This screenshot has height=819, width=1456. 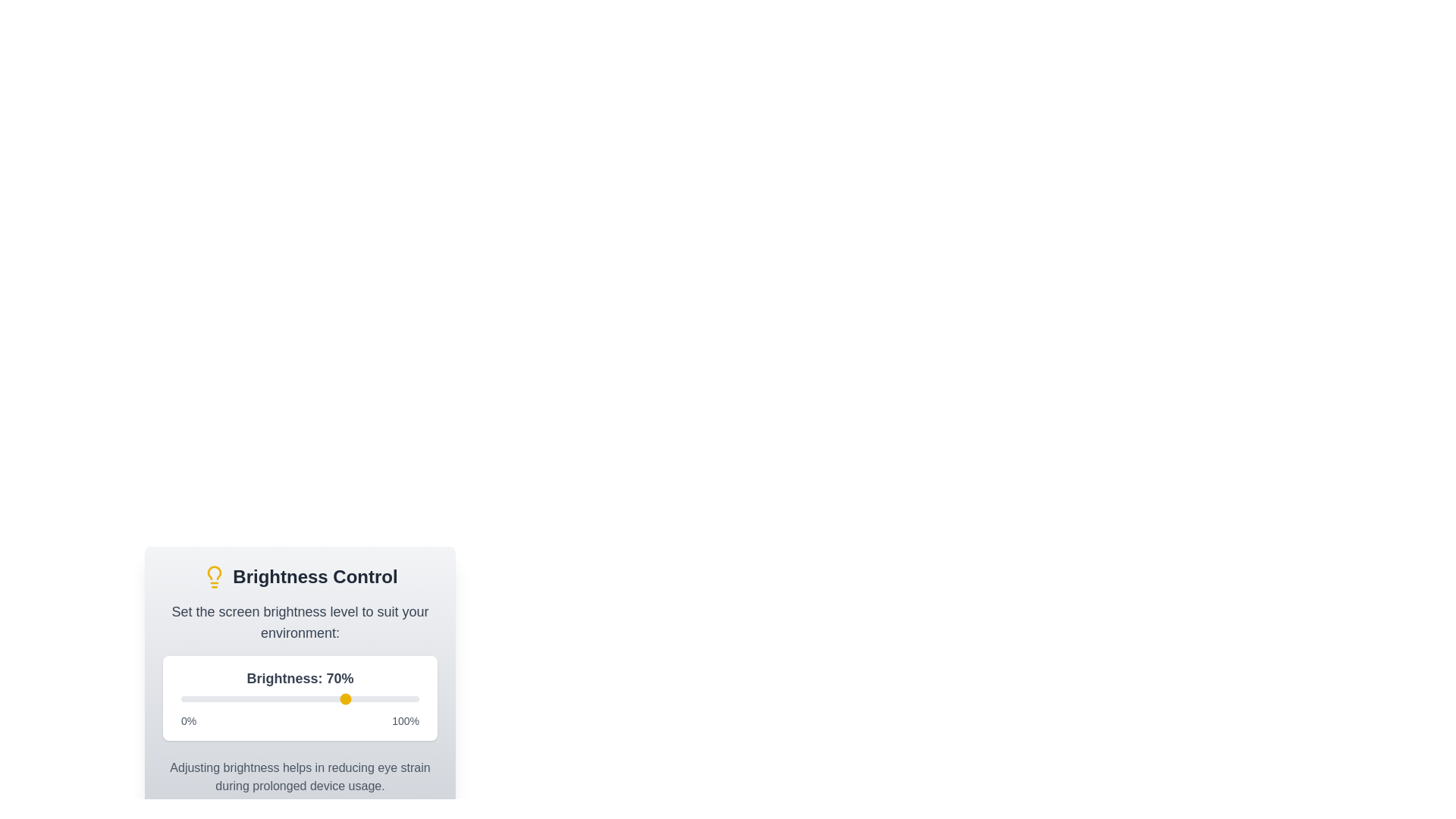 I want to click on the brightness slider to 87%, so click(x=388, y=698).